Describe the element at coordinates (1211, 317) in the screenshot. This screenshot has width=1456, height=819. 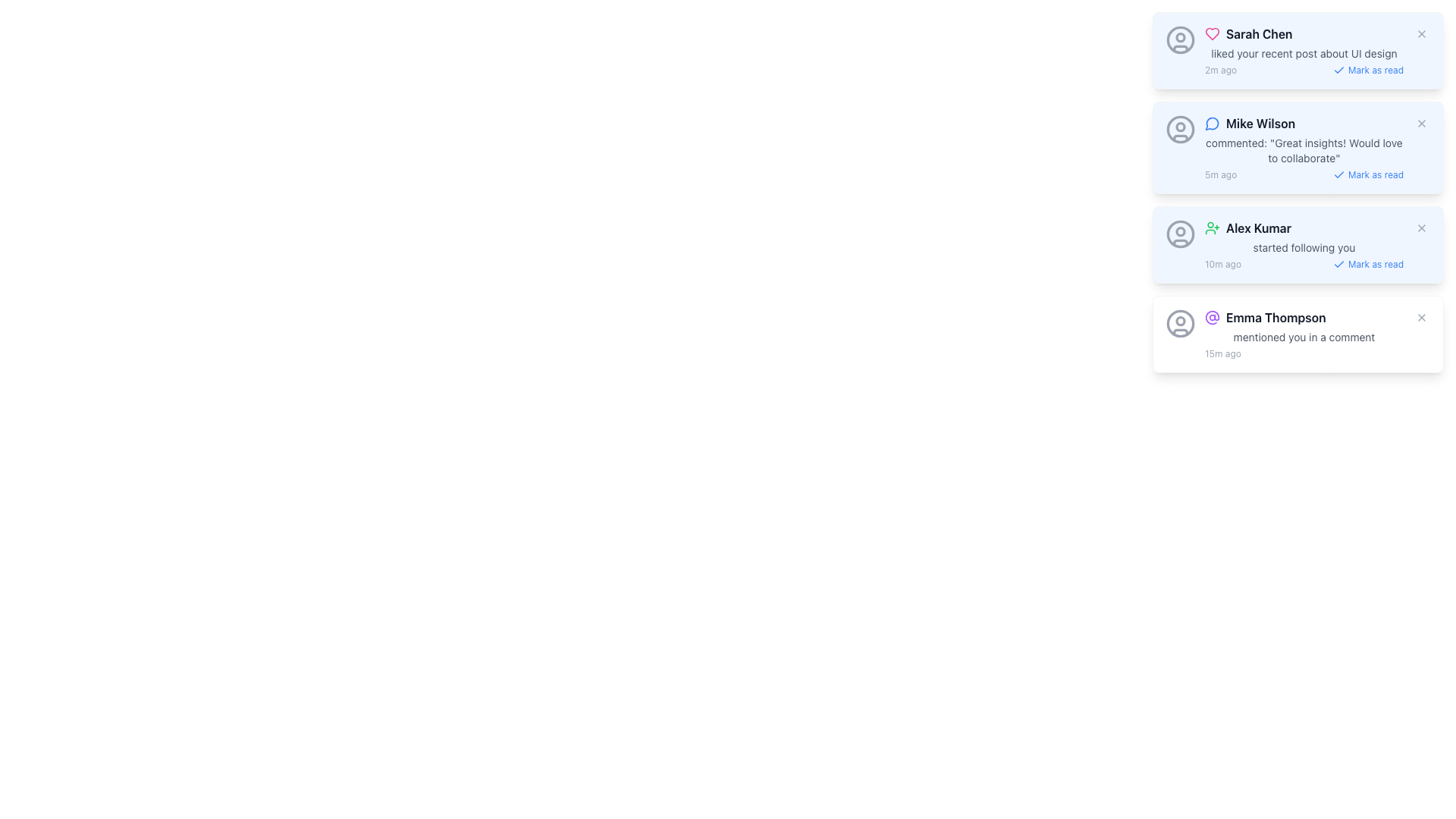
I see `the '@' symbol icon in the notification system associated with Emma Thompson, located at the center of the last notification card` at that location.